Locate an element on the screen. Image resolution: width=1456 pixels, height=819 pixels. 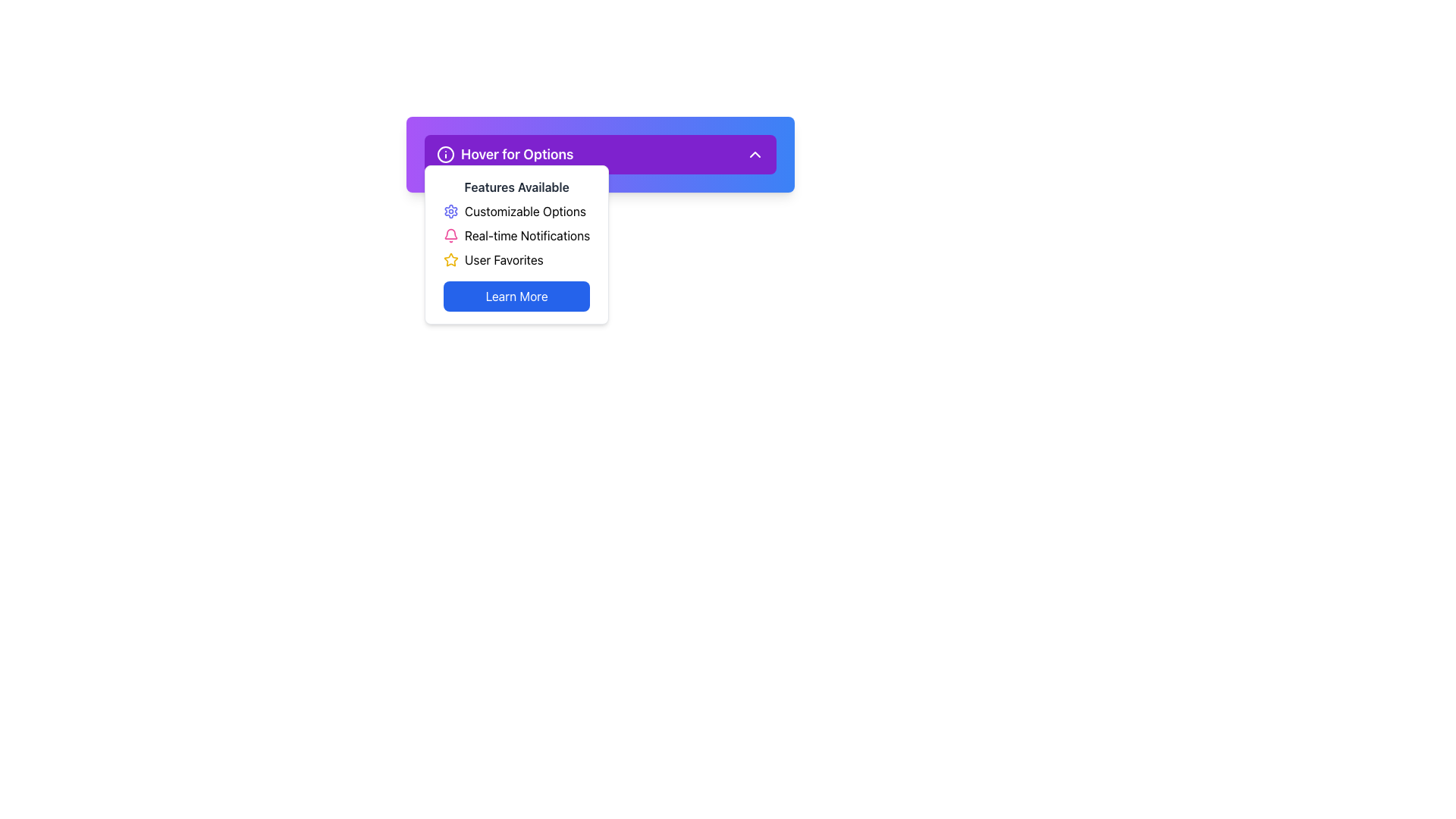
the 'User Favorites' option, which features a golden star icon and is located as the third item in the drop-down list under 'Features Available.' is located at coordinates (516, 259).